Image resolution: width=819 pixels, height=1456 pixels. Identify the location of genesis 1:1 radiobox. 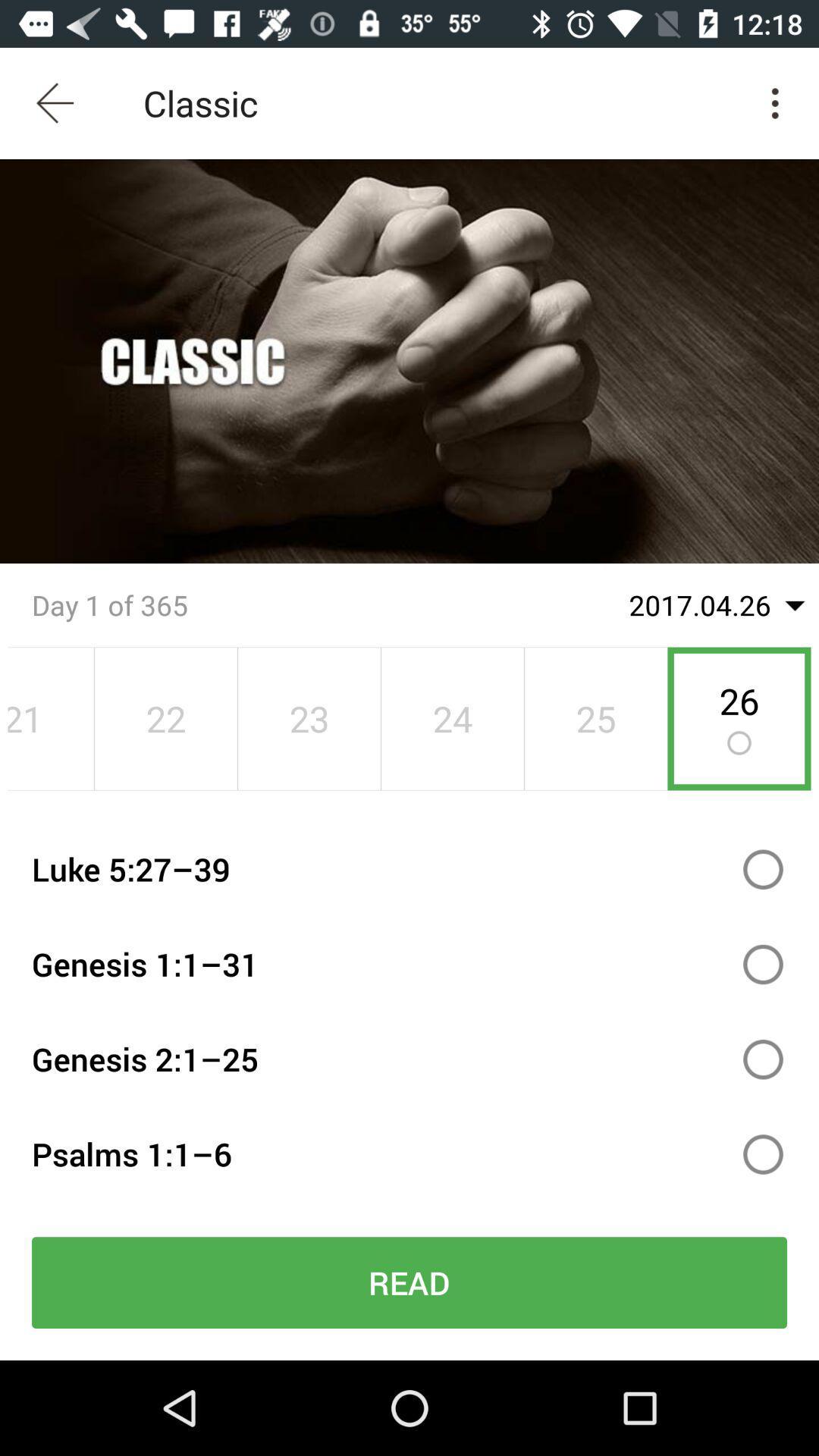
(763, 964).